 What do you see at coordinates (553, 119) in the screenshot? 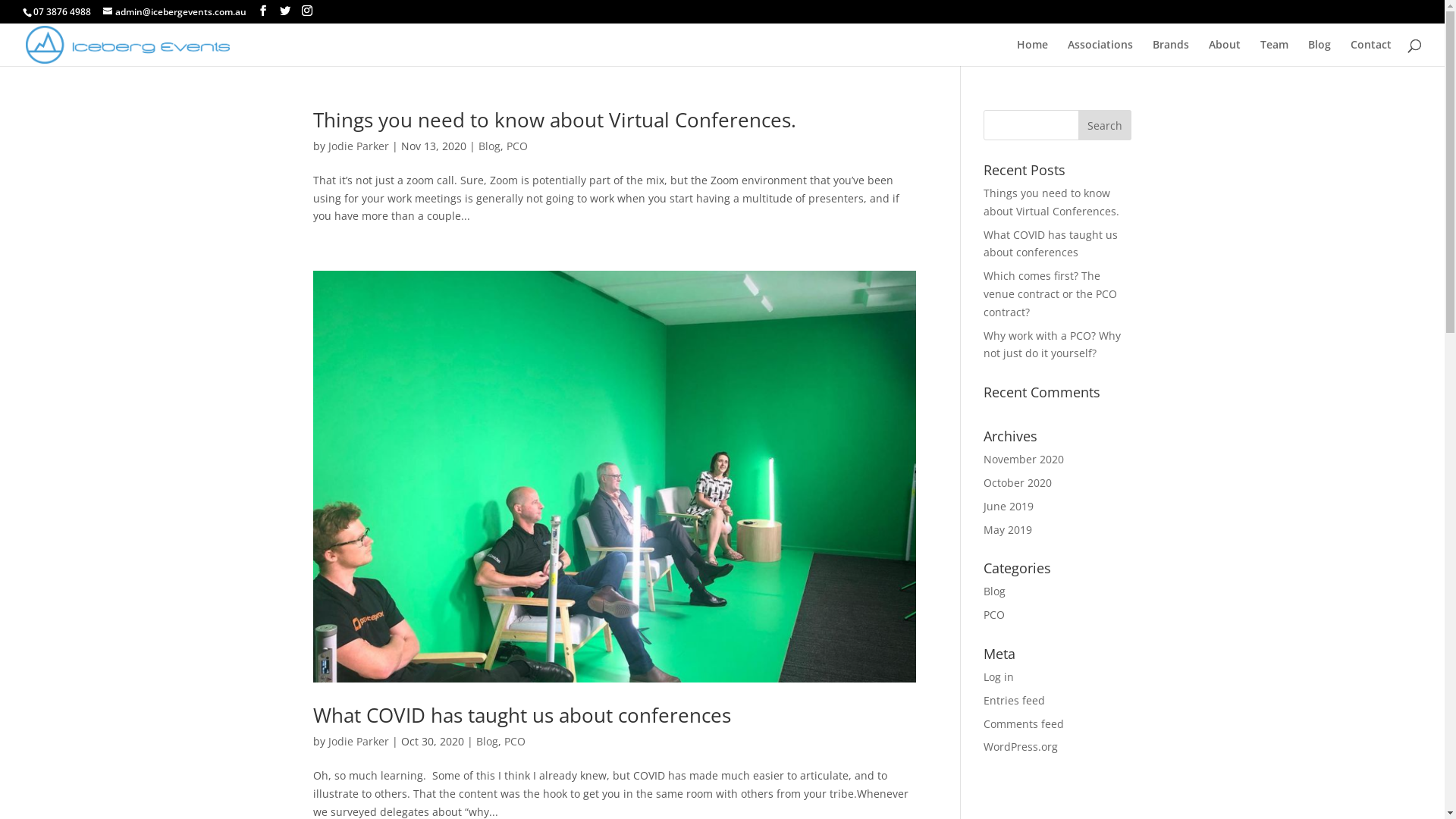
I see `'Things you need to know about Virtual Conferences.'` at bounding box center [553, 119].